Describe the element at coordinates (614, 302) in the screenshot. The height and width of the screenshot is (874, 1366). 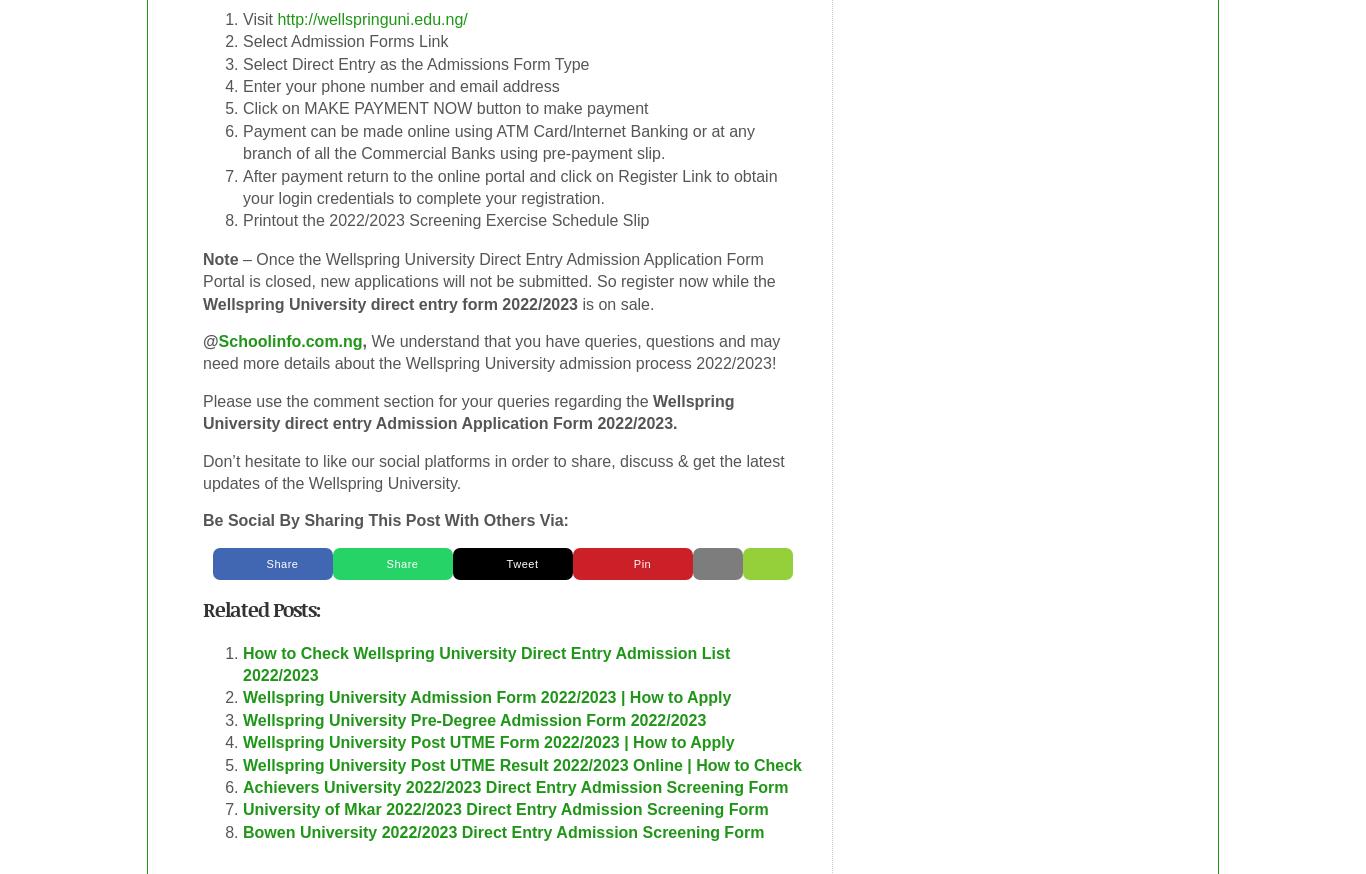
I see `'is on sale.'` at that location.